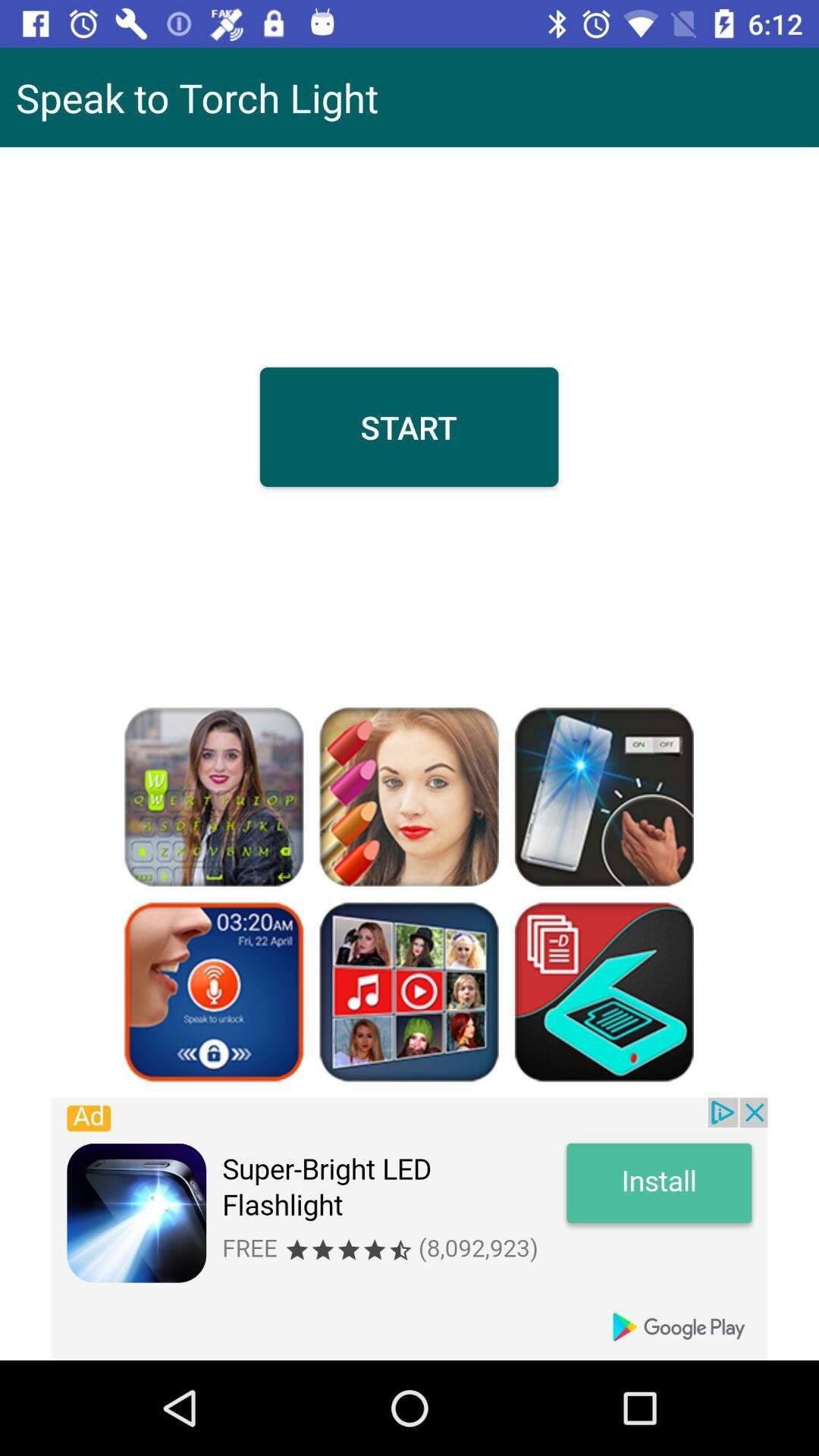 This screenshot has height=1456, width=819. I want to click on click the page add, so click(409, 1228).